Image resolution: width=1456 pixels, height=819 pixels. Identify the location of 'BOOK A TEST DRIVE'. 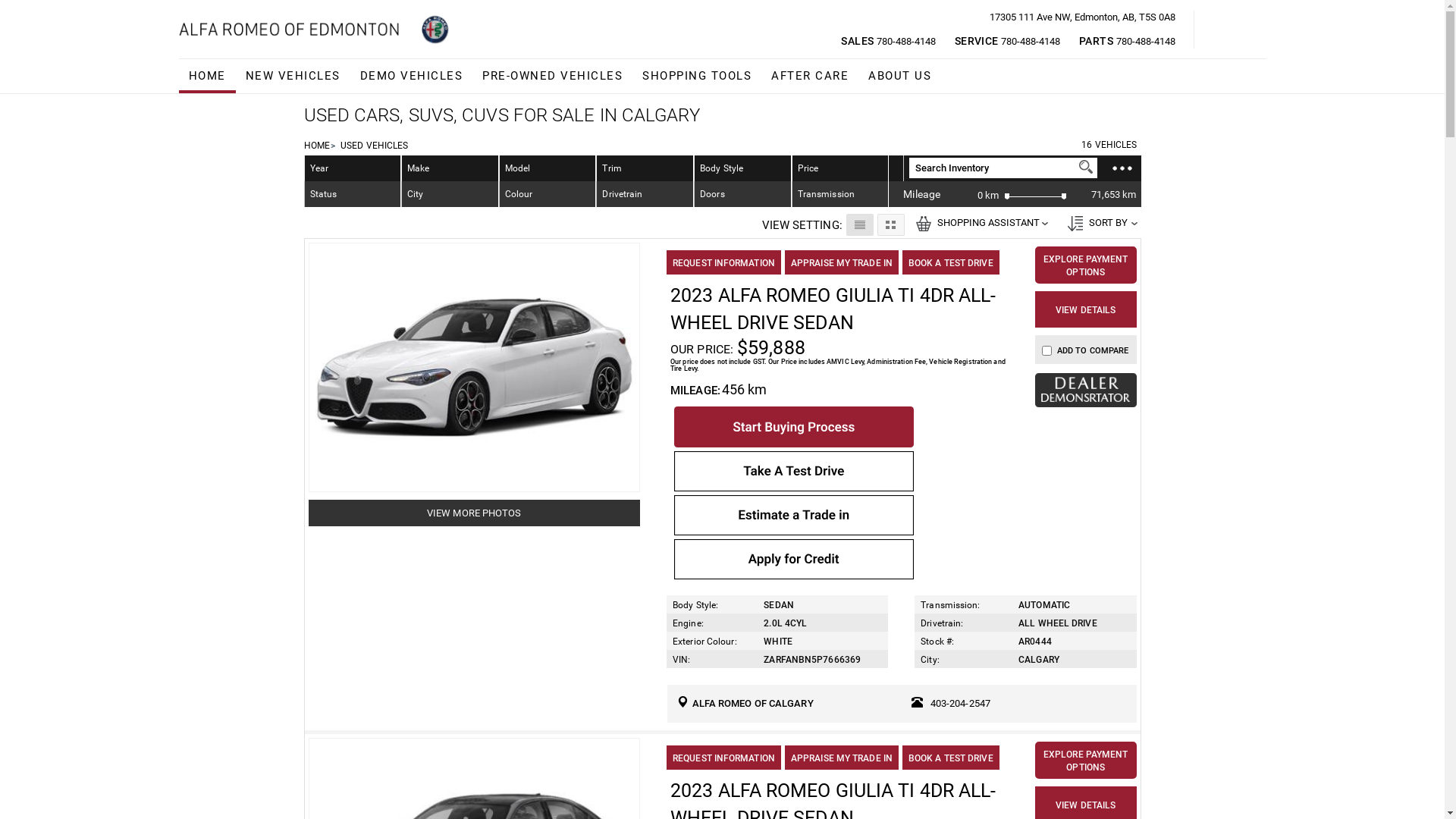
(949, 262).